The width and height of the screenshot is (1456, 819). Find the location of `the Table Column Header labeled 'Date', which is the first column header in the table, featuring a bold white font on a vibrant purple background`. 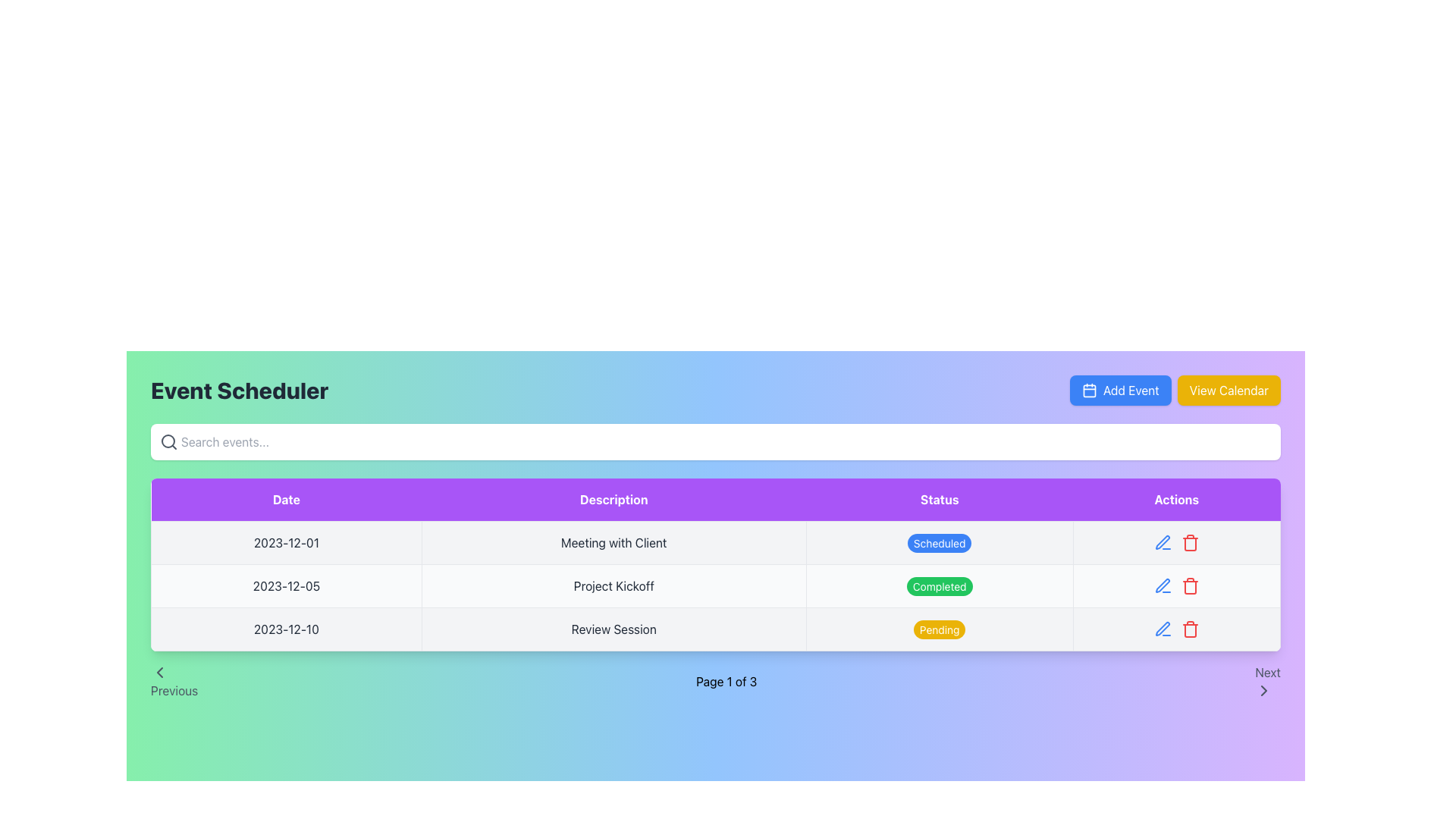

the Table Column Header labeled 'Date', which is the first column header in the table, featuring a bold white font on a vibrant purple background is located at coordinates (286, 500).